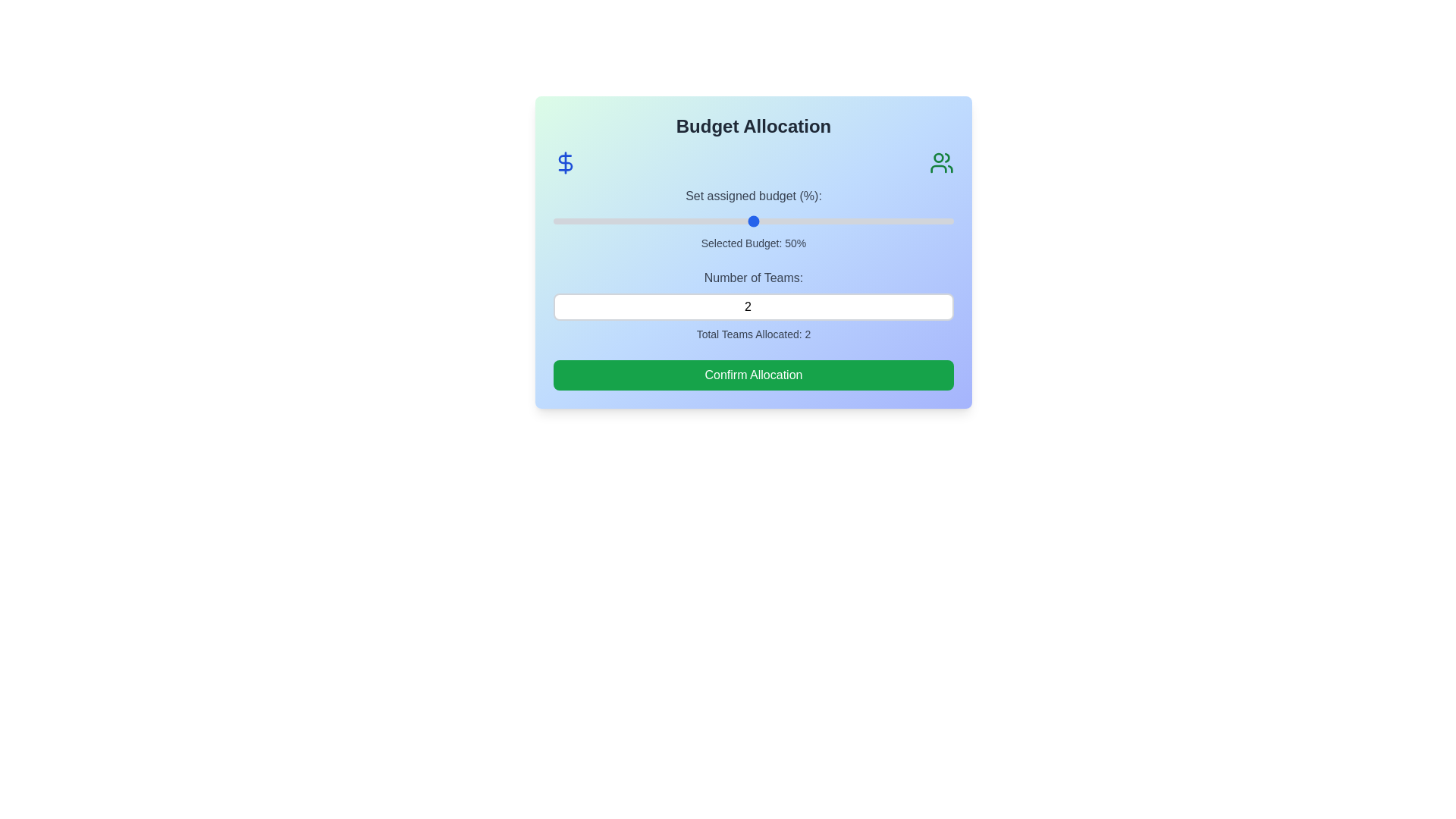 This screenshot has height=819, width=1456. I want to click on the dollar icon to trigger its associated functionality, so click(564, 163).